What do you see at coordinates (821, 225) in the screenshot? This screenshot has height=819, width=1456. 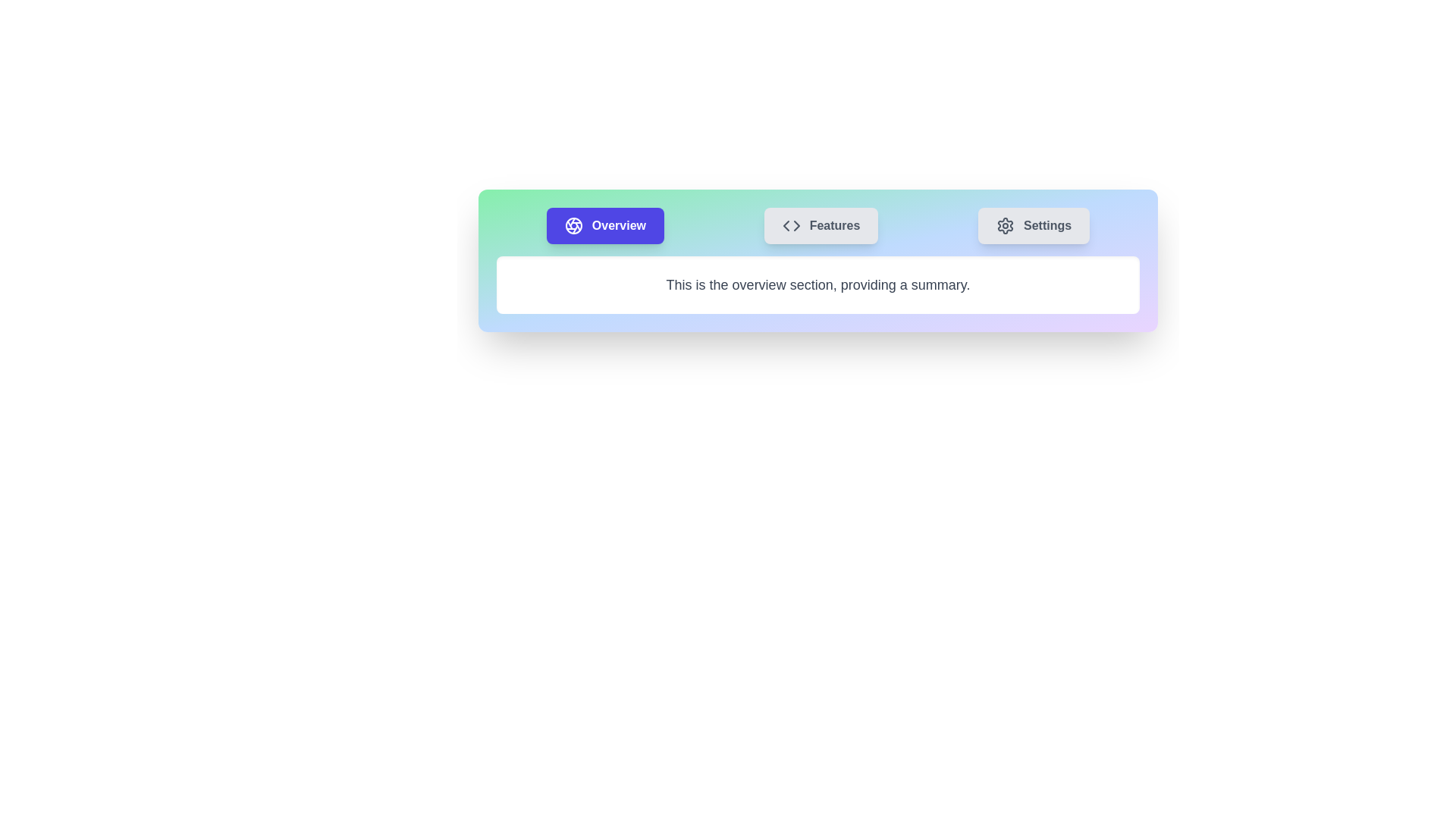 I see `the tab titled Features to observe its icon and title` at bounding box center [821, 225].